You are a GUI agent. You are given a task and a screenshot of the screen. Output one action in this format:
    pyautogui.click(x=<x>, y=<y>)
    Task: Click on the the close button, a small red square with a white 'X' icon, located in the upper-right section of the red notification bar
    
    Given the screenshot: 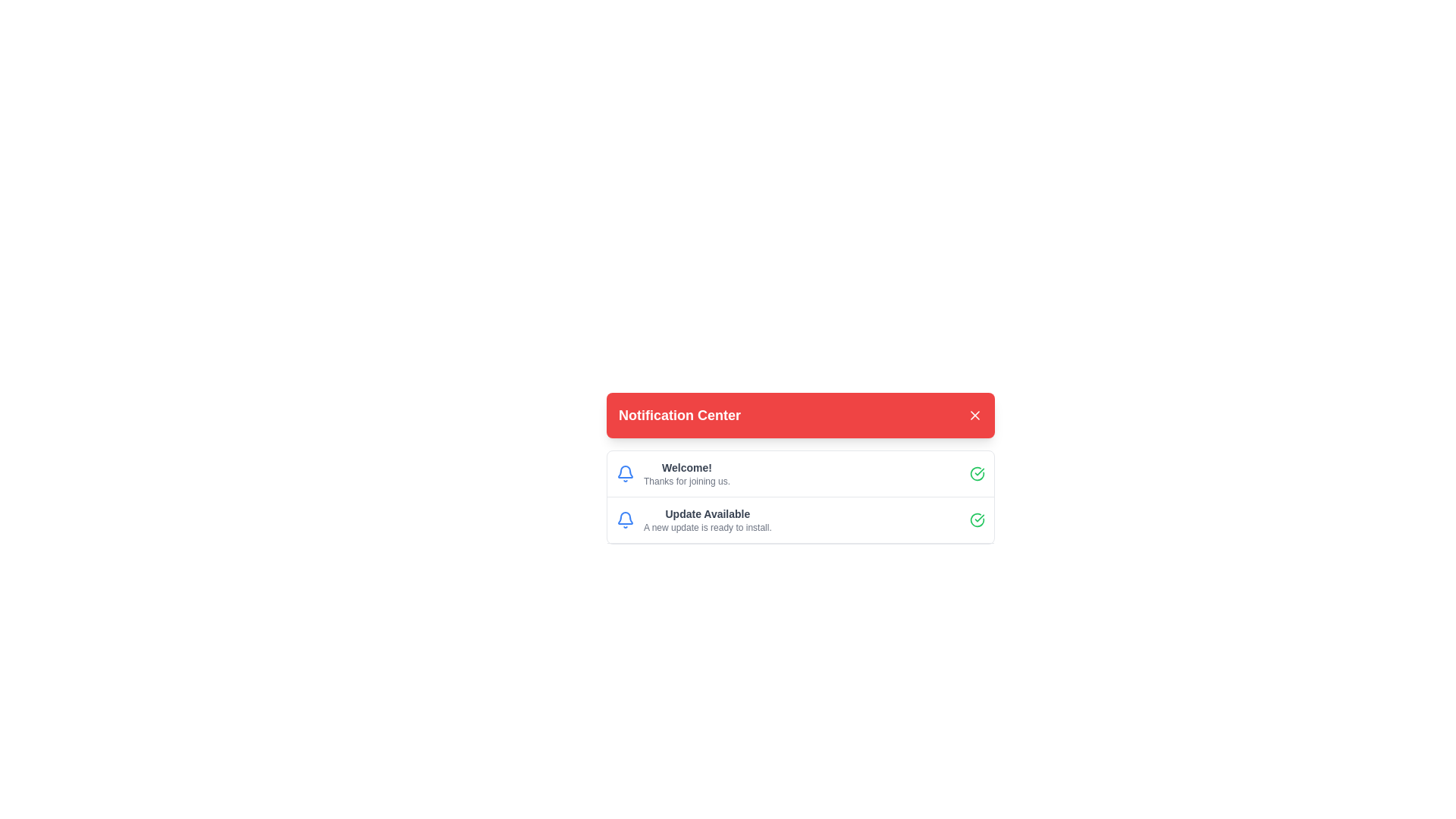 What is the action you would take?
    pyautogui.click(x=975, y=415)
    